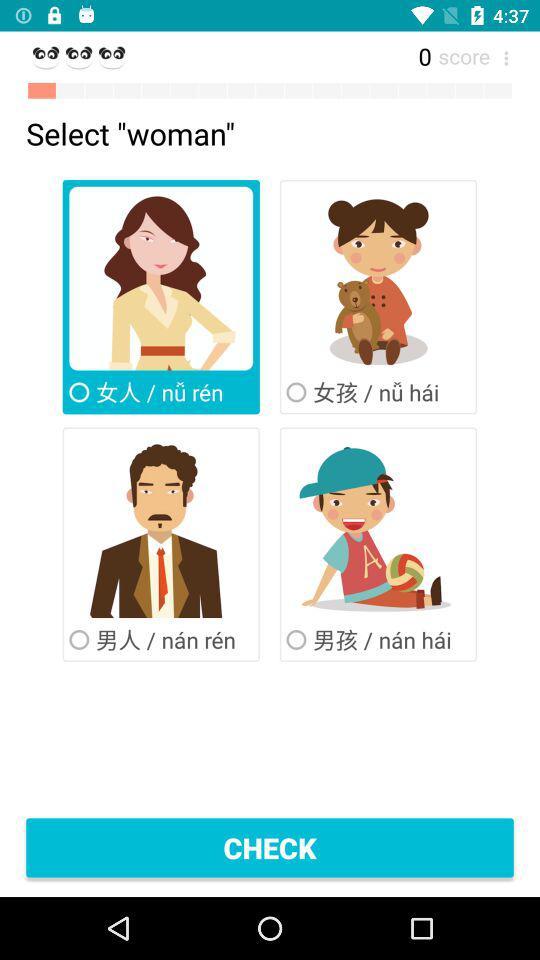  I want to click on the check icon, so click(270, 846).